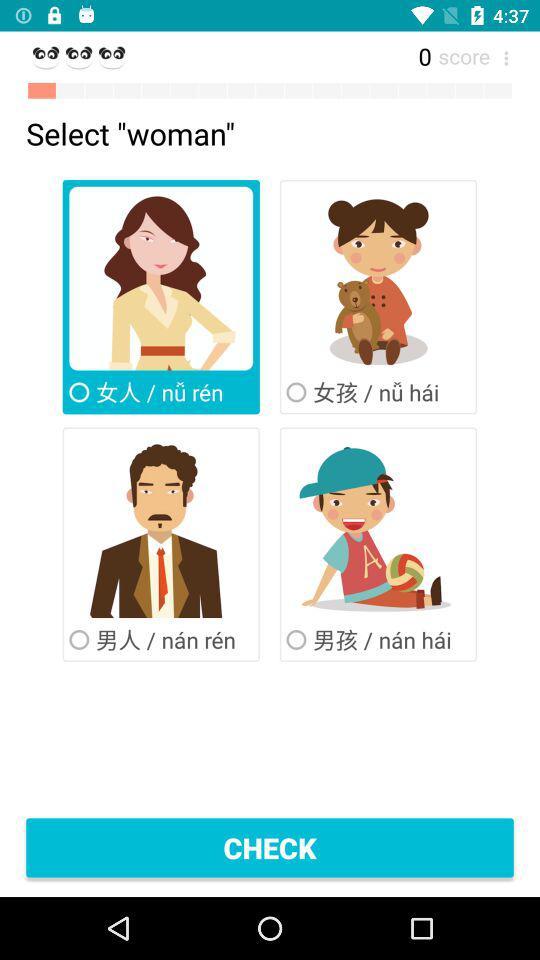  I want to click on the check icon, so click(270, 846).